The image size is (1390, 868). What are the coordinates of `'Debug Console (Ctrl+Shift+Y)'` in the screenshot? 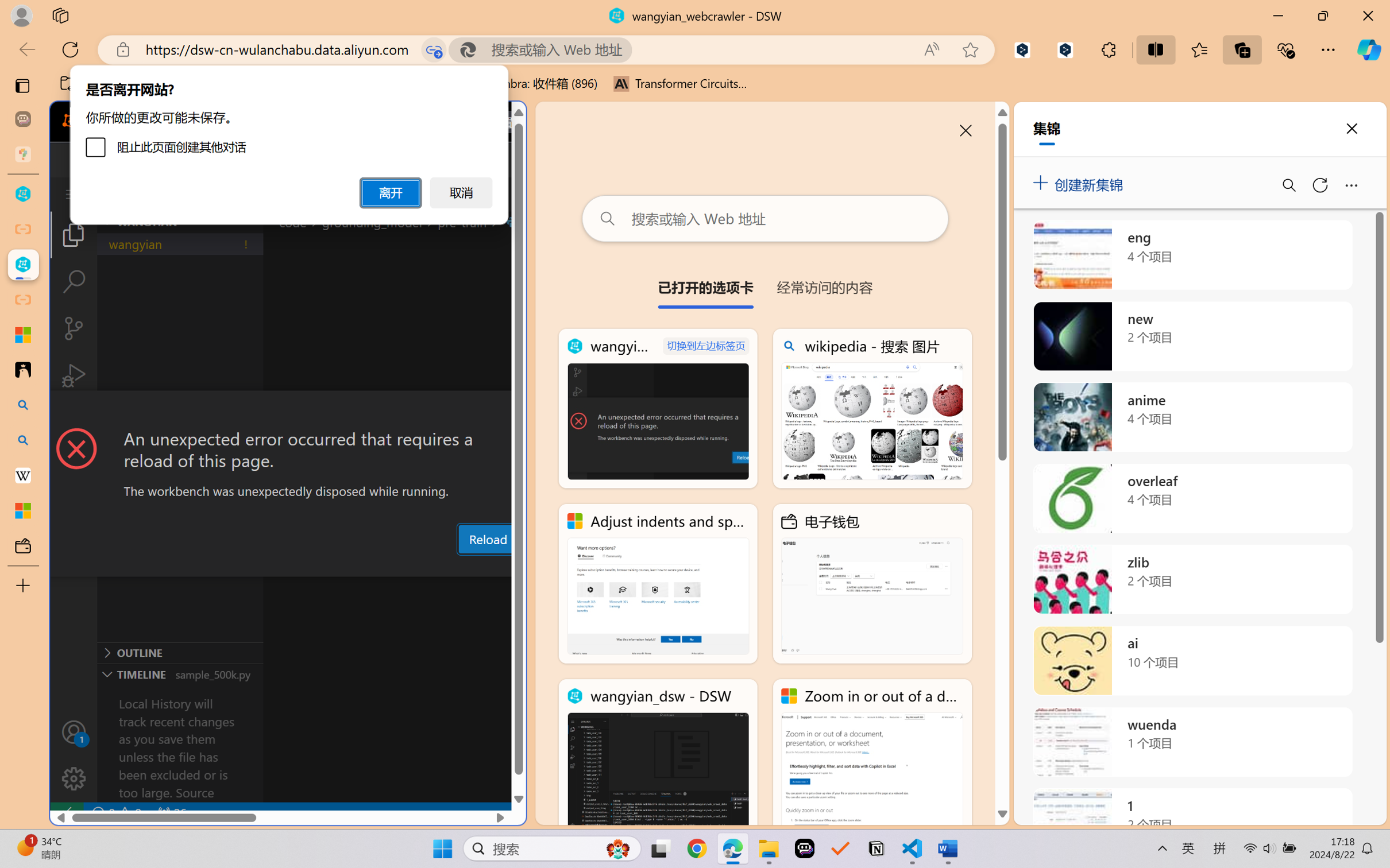 It's located at (464, 566).